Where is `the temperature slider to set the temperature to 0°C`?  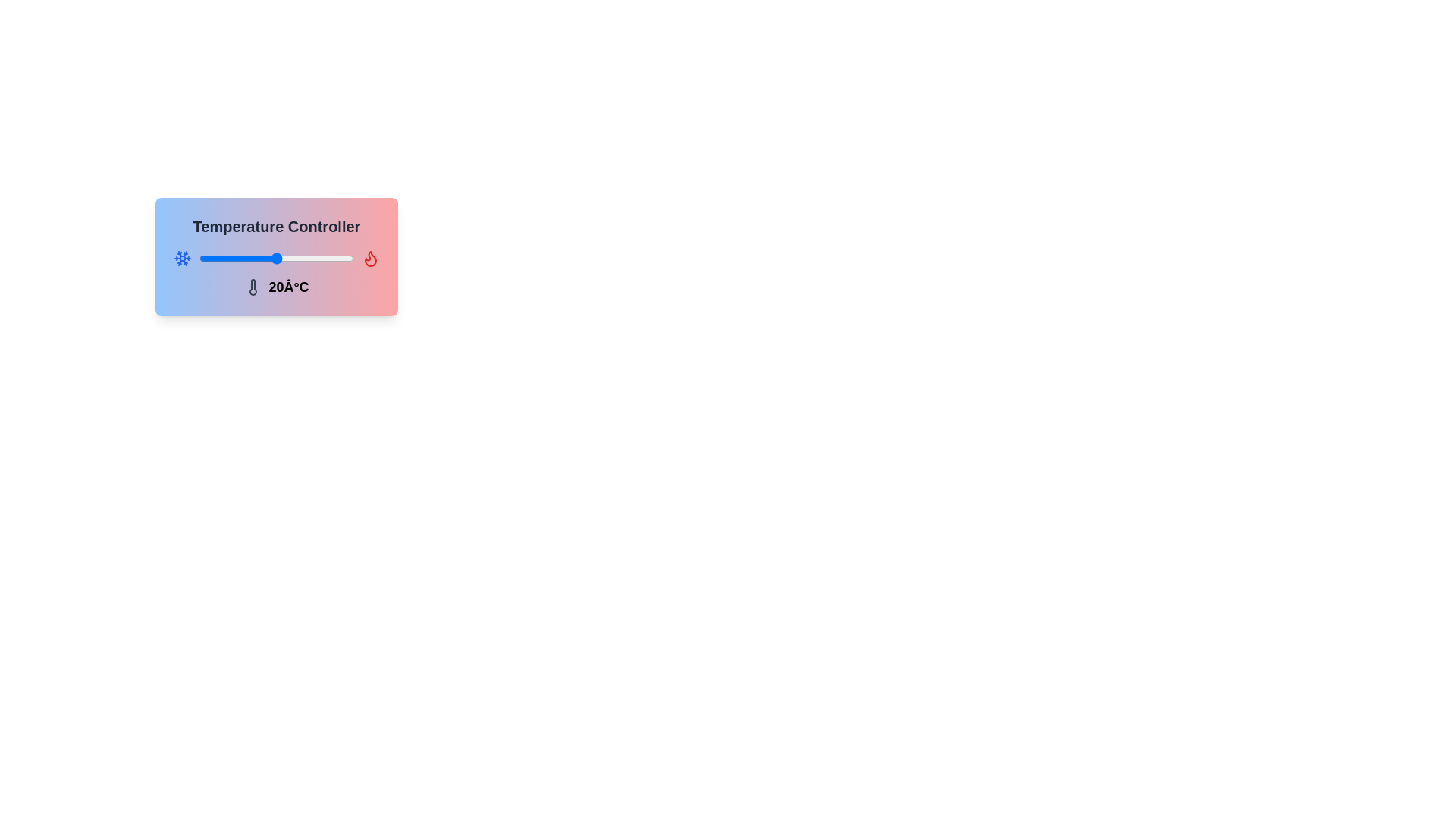 the temperature slider to set the temperature to 0°C is located at coordinates (224, 257).